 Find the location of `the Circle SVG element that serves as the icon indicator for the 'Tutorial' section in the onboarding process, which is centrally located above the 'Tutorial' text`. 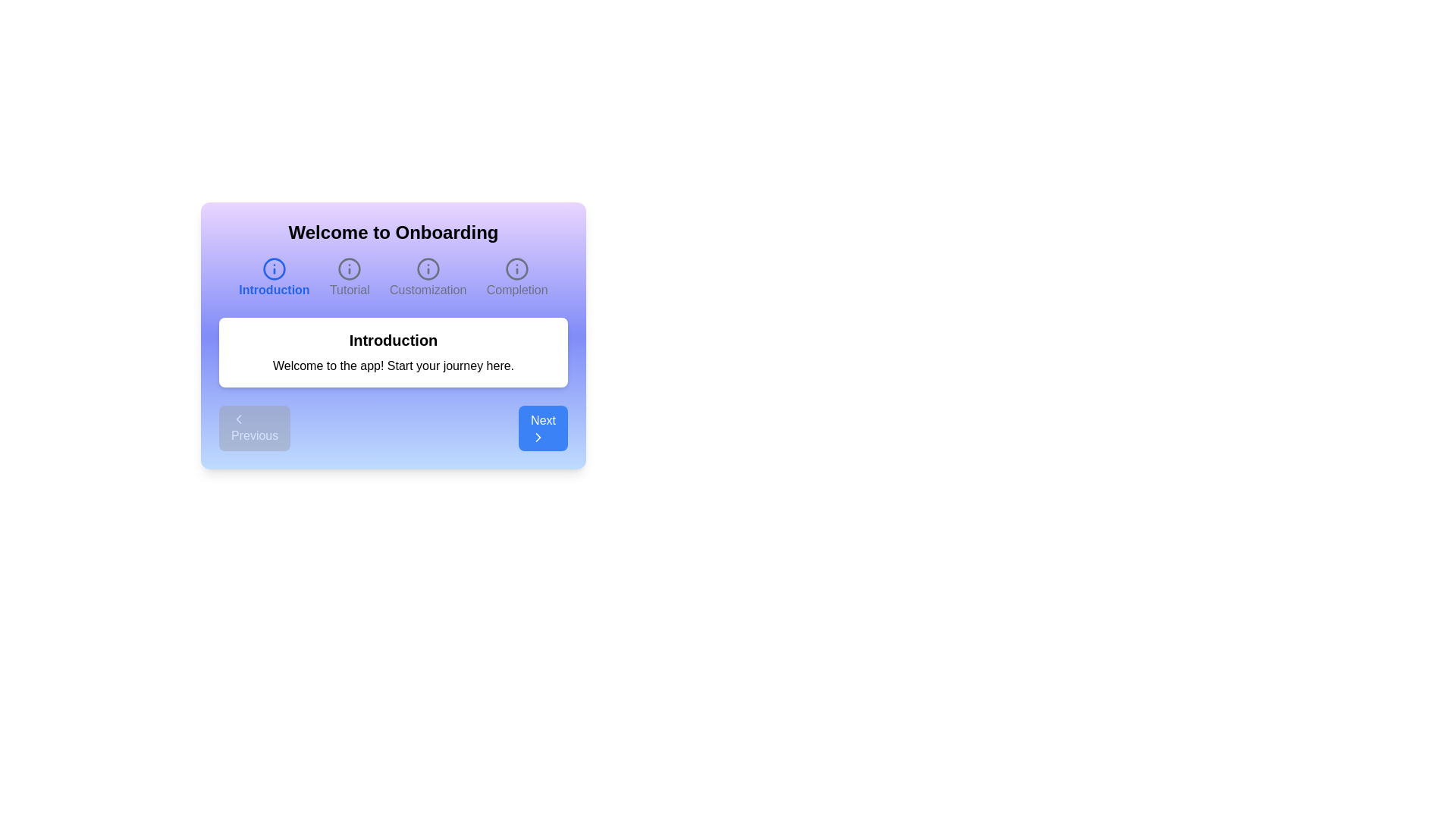

the Circle SVG element that serves as the icon indicator for the 'Tutorial' section in the onboarding process, which is centrally located above the 'Tutorial' text is located at coordinates (349, 268).